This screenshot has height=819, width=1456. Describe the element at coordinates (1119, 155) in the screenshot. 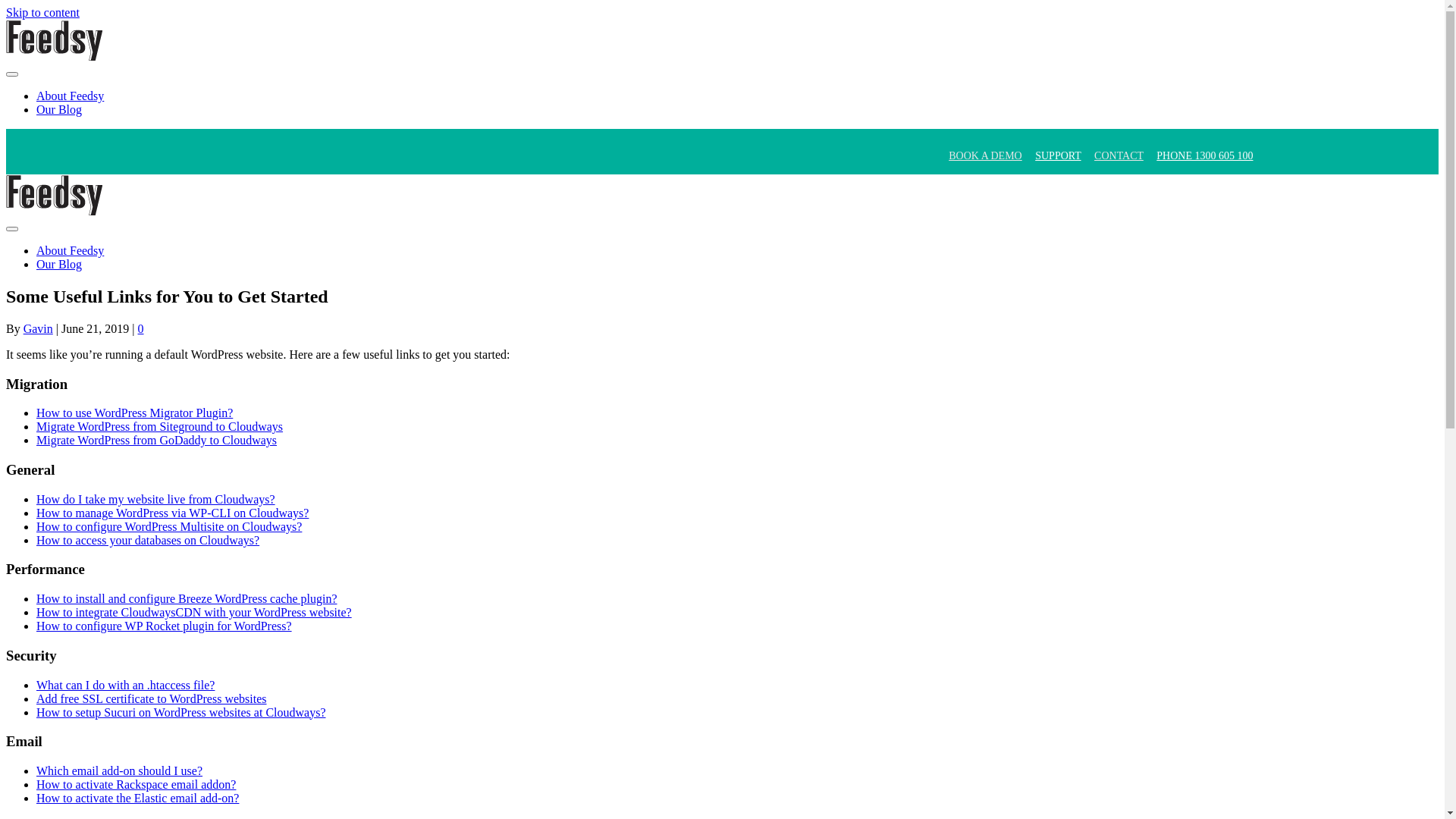

I see `'CONTACT'` at that location.